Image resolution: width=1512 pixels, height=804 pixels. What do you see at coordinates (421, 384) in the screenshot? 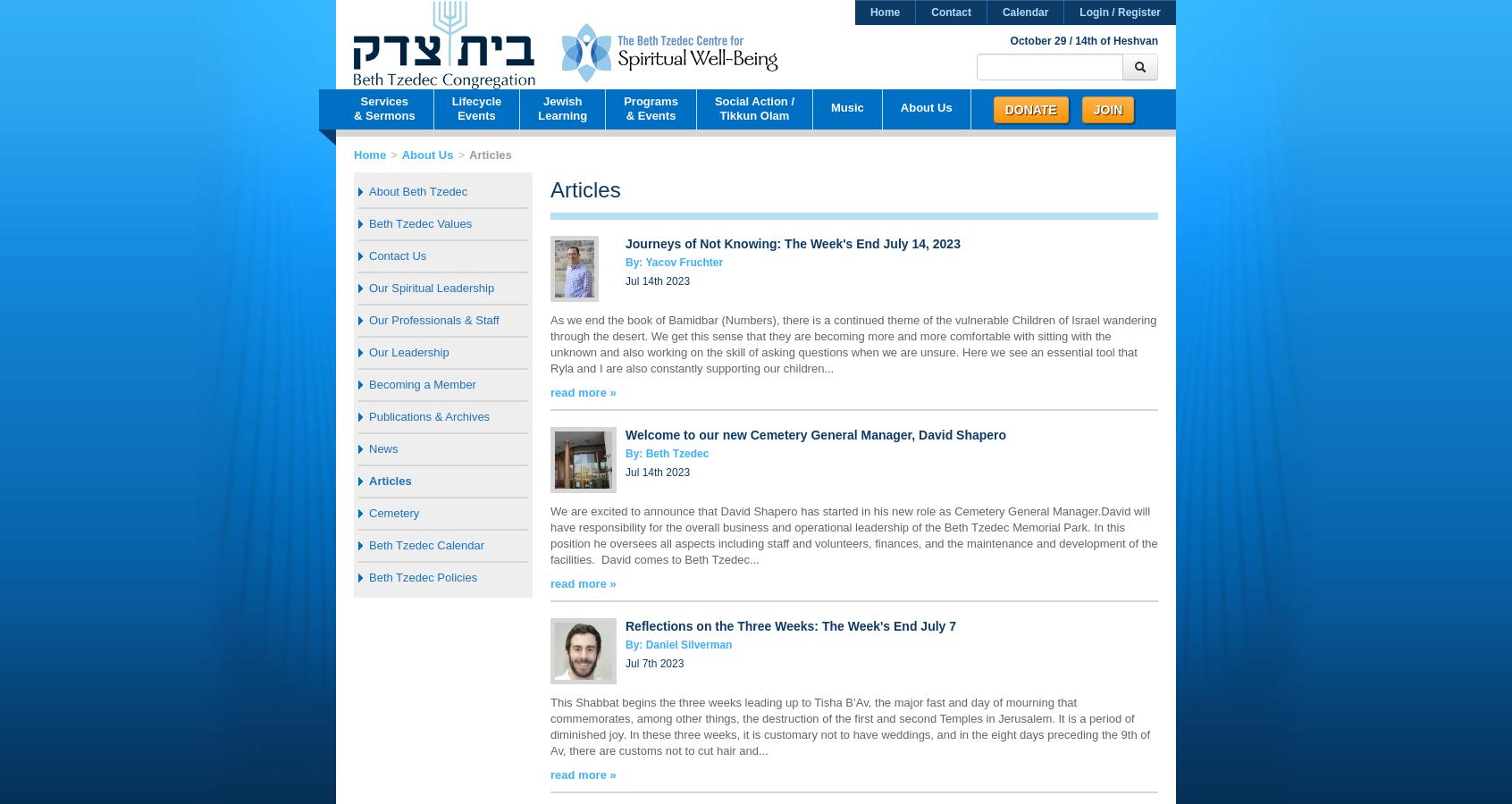
I see `'Becoming a Member'` at bounding box center [421, 384].